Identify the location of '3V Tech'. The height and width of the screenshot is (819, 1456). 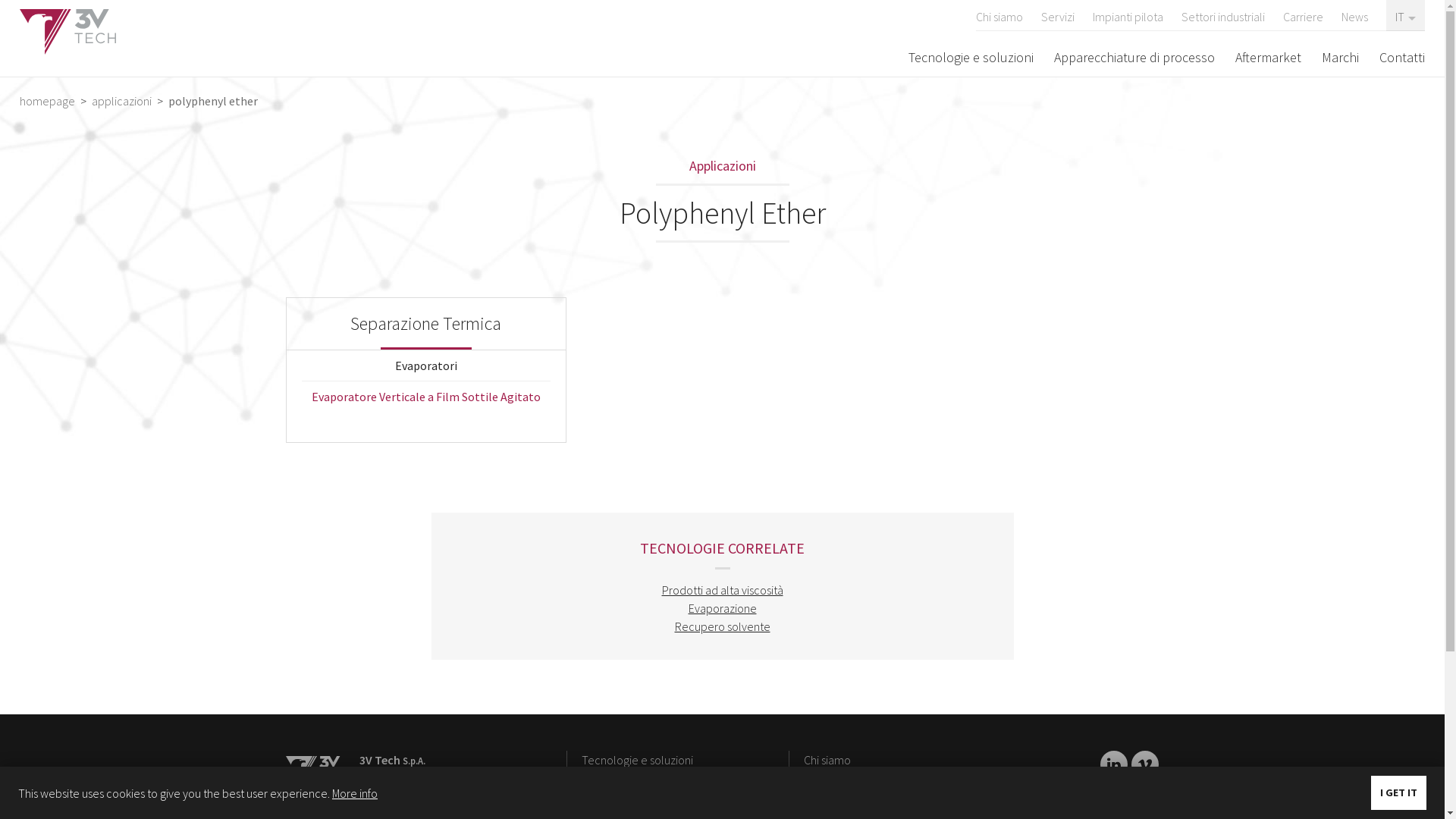
(67, 32).